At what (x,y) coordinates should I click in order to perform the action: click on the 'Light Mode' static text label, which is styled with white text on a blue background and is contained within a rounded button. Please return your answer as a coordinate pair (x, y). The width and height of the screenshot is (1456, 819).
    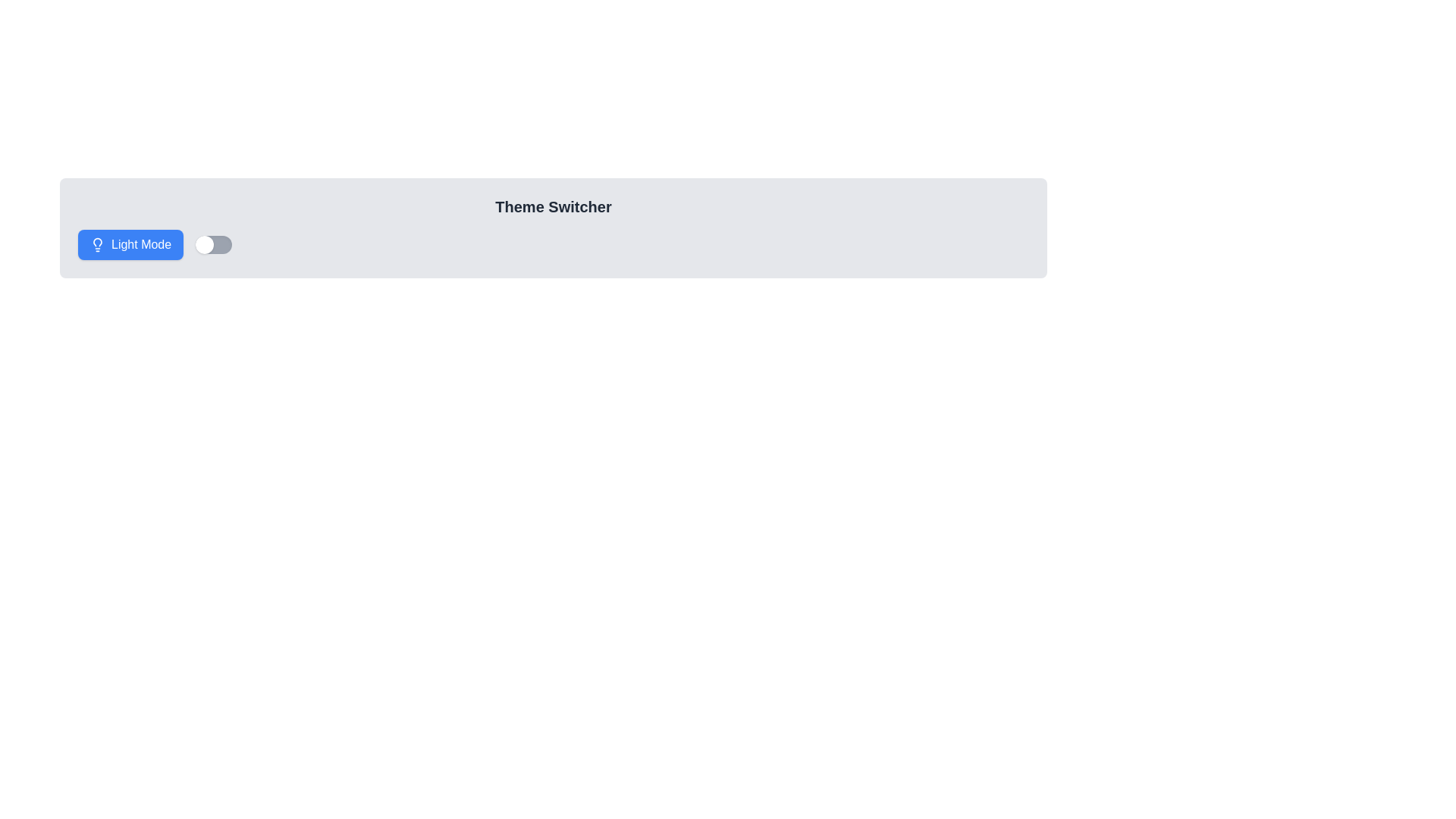
    Looking at the image, I should click on (141, 244).